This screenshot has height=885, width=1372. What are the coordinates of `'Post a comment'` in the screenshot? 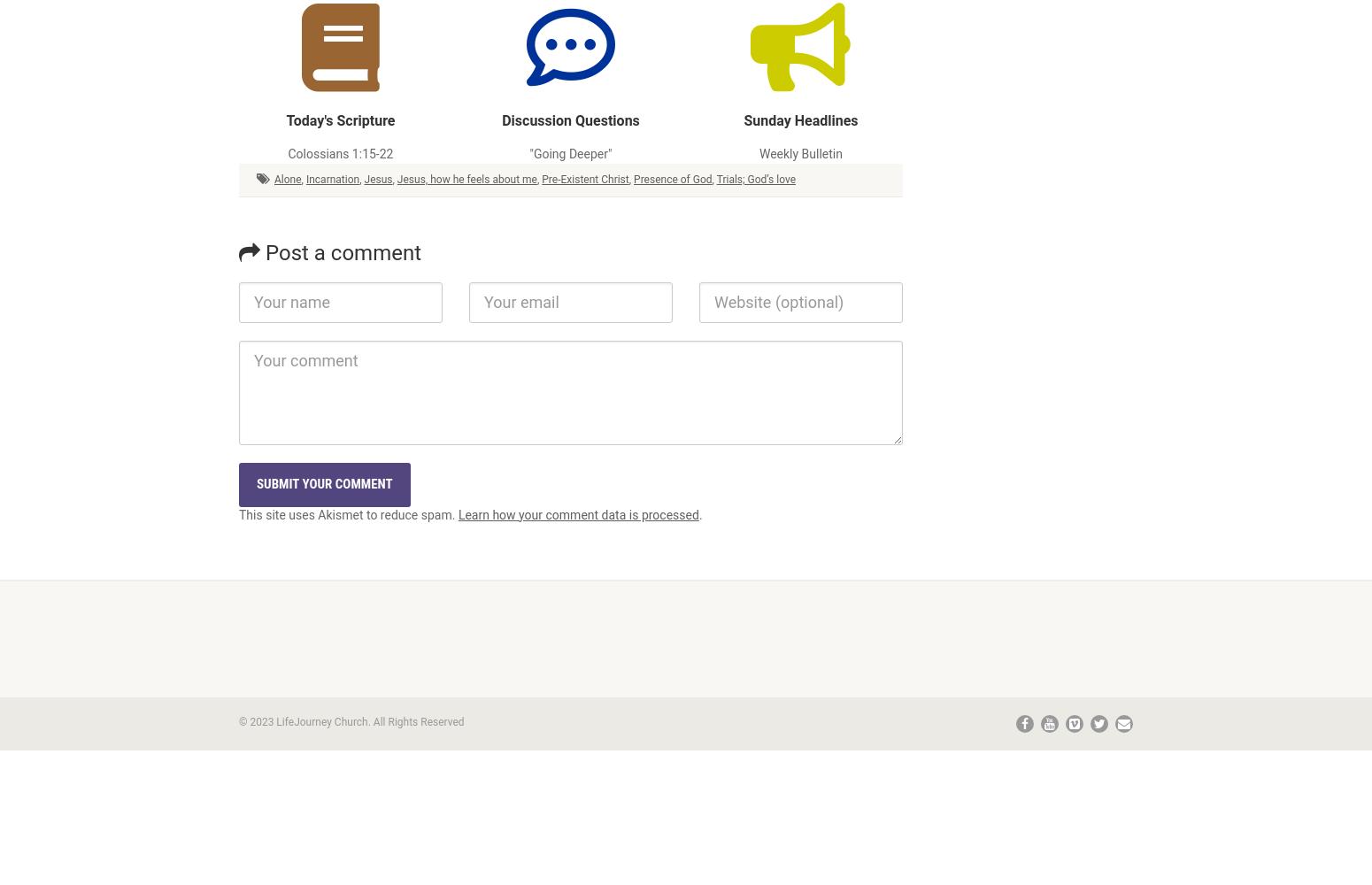 It's located at (340, 252).